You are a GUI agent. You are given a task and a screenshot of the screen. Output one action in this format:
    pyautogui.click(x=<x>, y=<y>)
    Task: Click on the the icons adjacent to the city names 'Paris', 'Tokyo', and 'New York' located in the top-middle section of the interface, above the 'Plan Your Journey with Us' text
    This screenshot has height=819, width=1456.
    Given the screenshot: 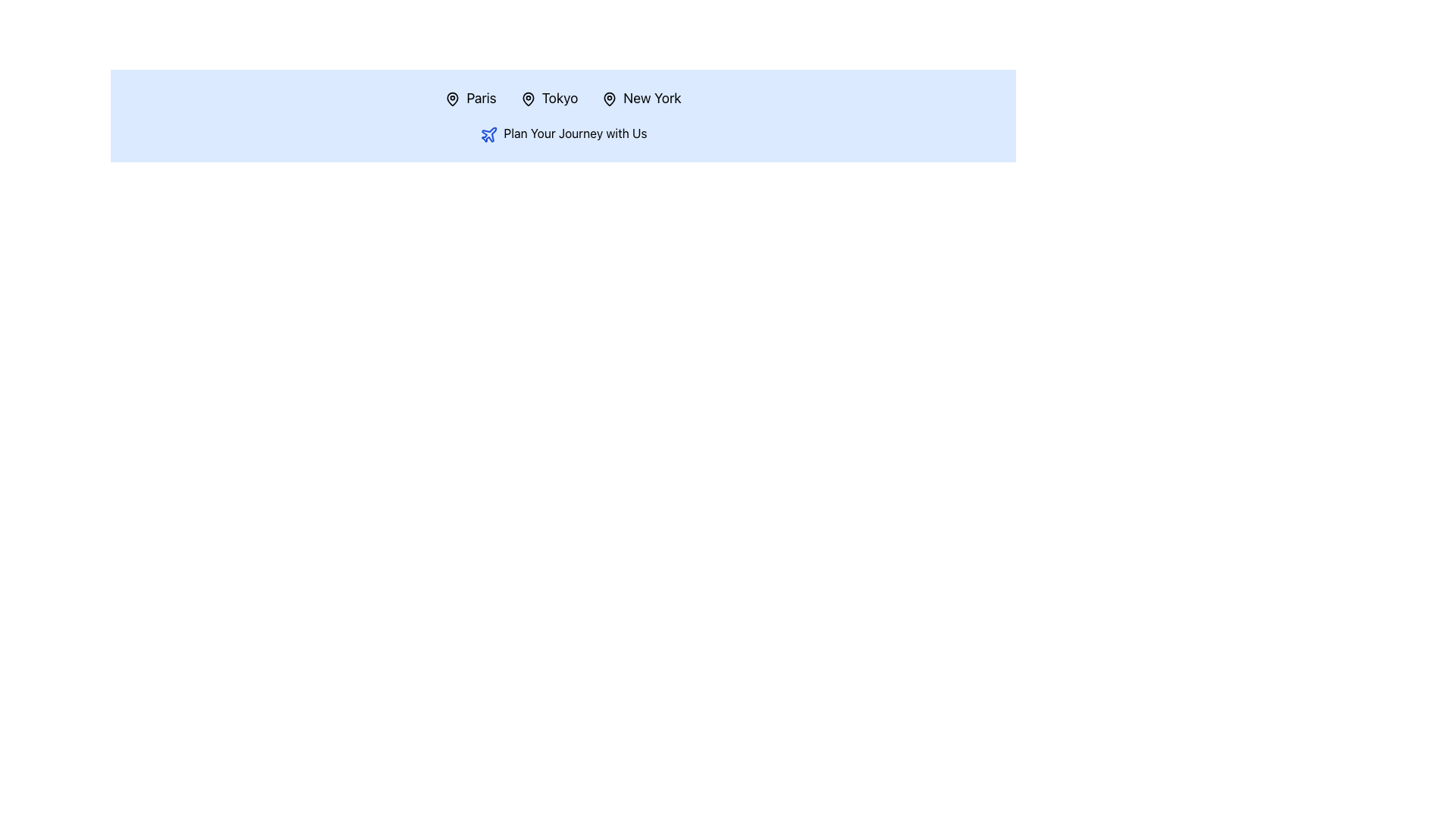 What is the action you would take?
    pyautogui.click(x=563, y=99)
    